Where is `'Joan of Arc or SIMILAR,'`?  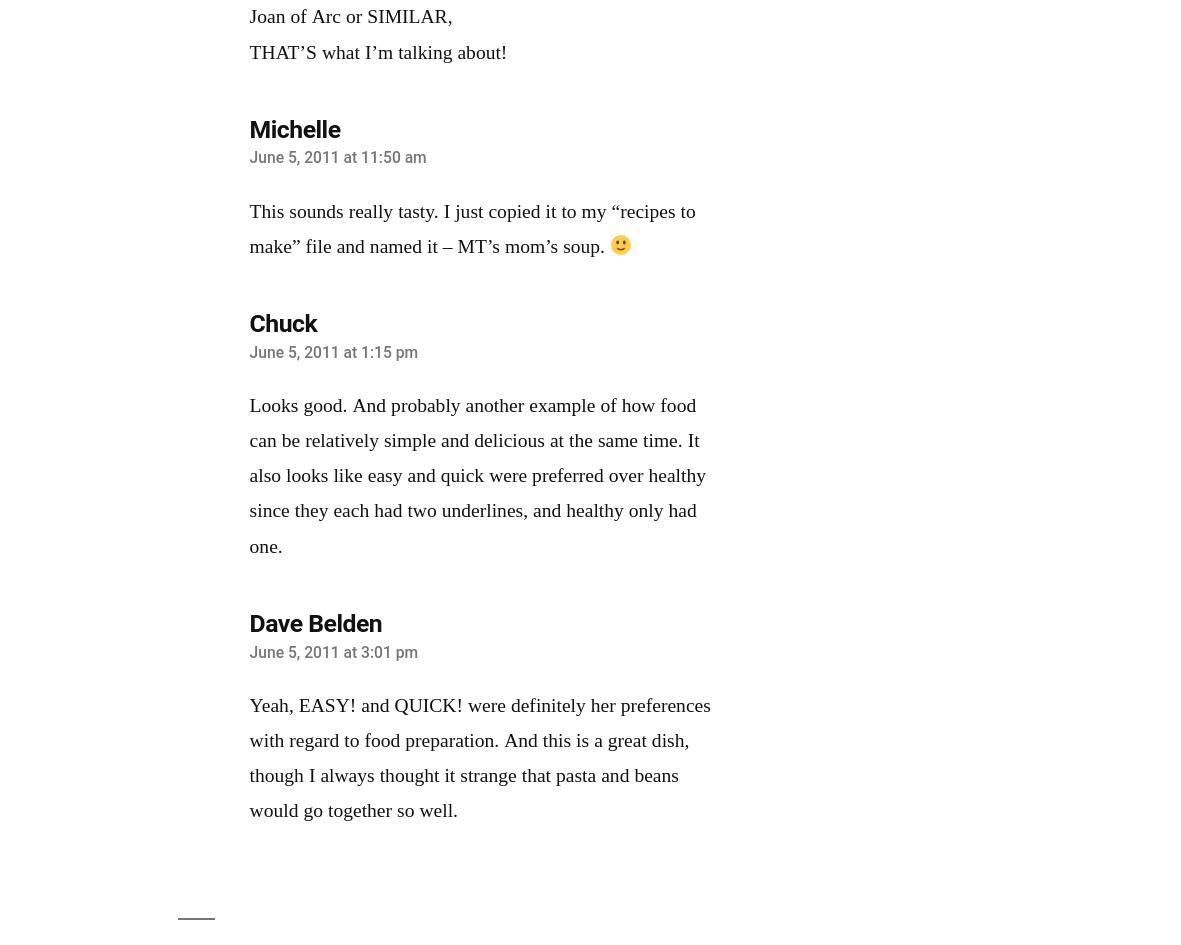 'Joan of Arc or SIMILAR,' is located at coordinates (349, 17).